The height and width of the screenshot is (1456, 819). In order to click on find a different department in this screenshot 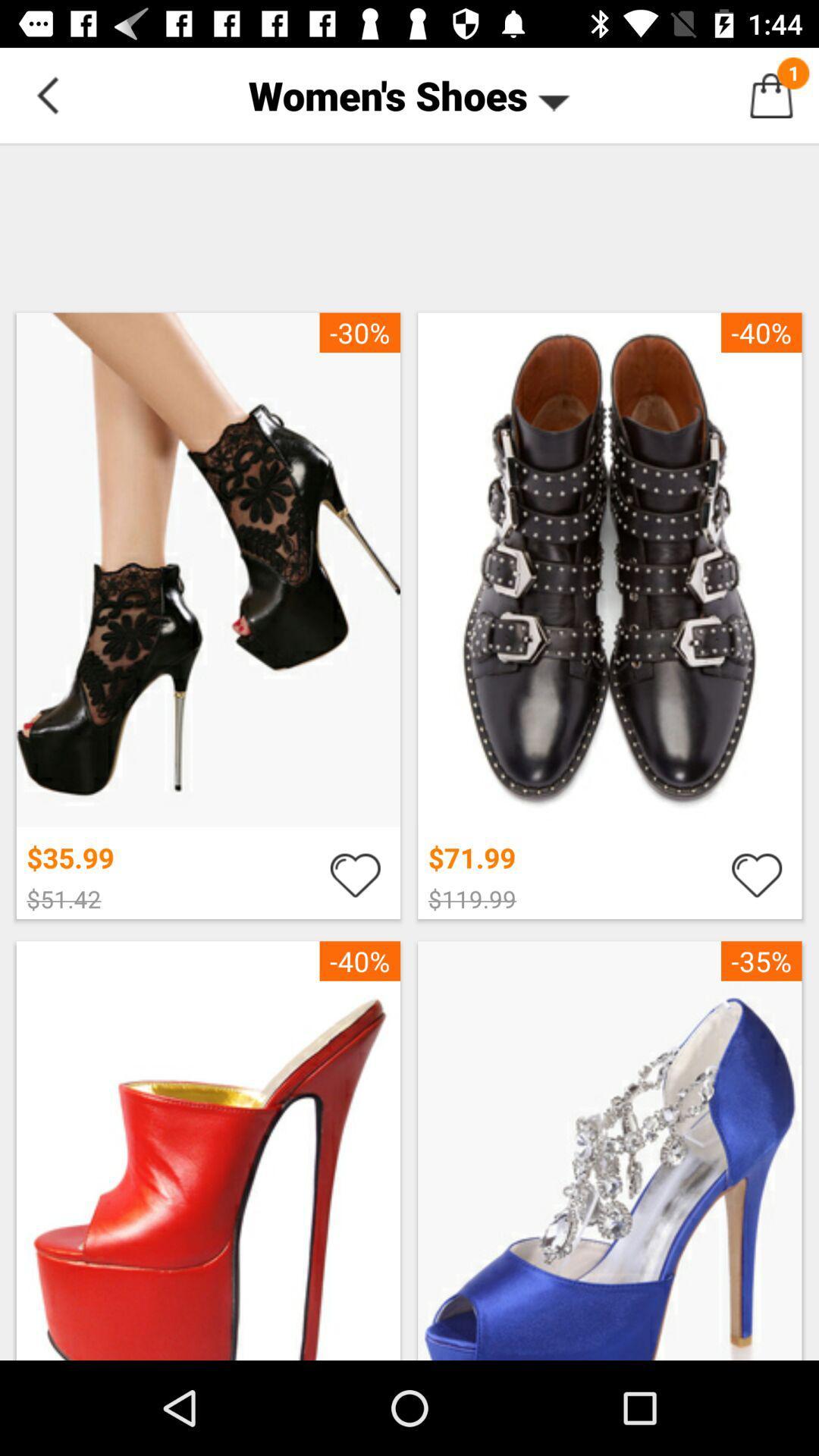, I will do `click(46, 94)`.